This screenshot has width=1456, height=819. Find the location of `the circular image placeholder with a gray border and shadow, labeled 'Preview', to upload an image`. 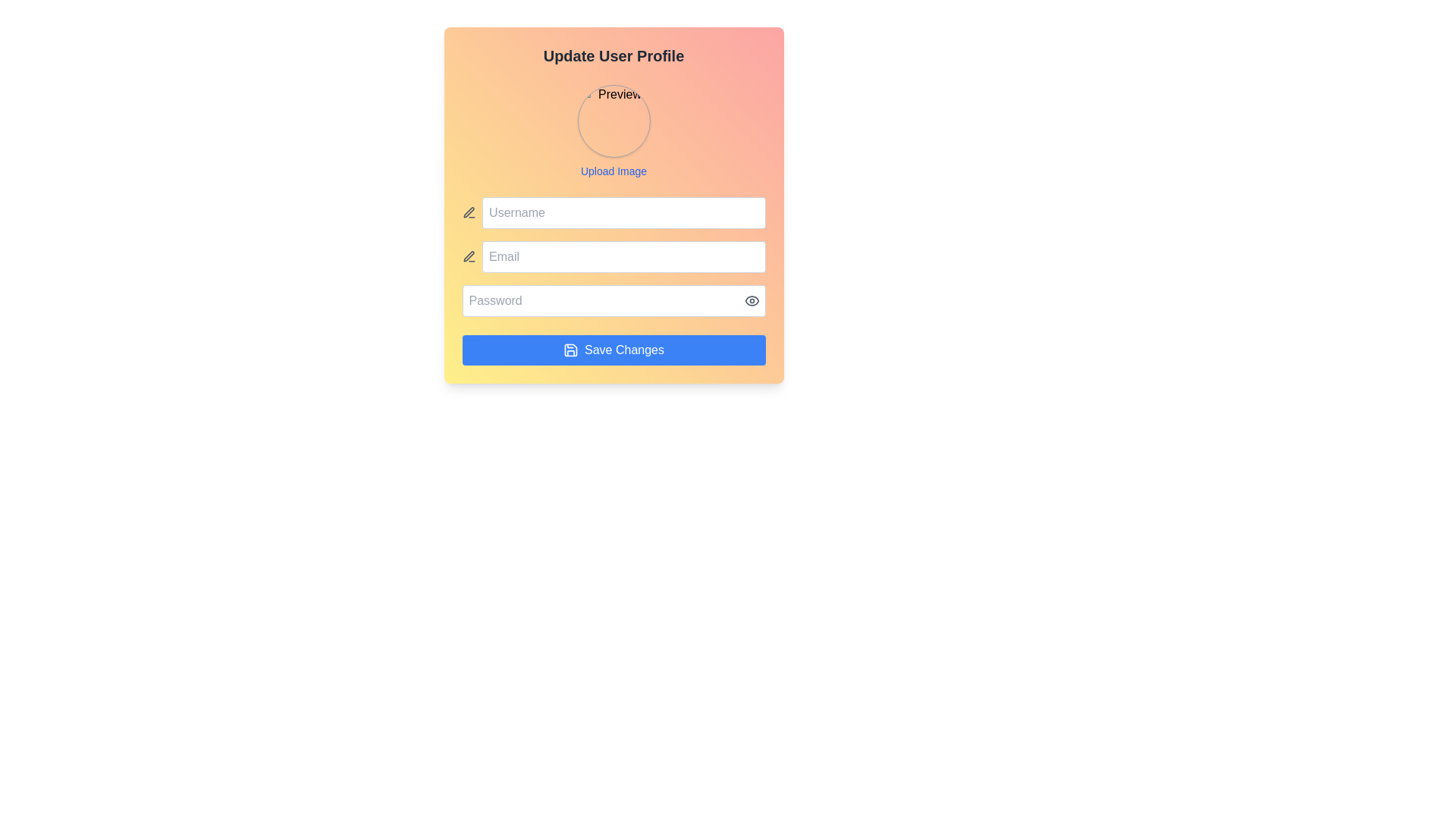

the circular image placeholder with a gray border and shadow, labeled 'Preview', to upload an image is located at coordinates (613, 120).